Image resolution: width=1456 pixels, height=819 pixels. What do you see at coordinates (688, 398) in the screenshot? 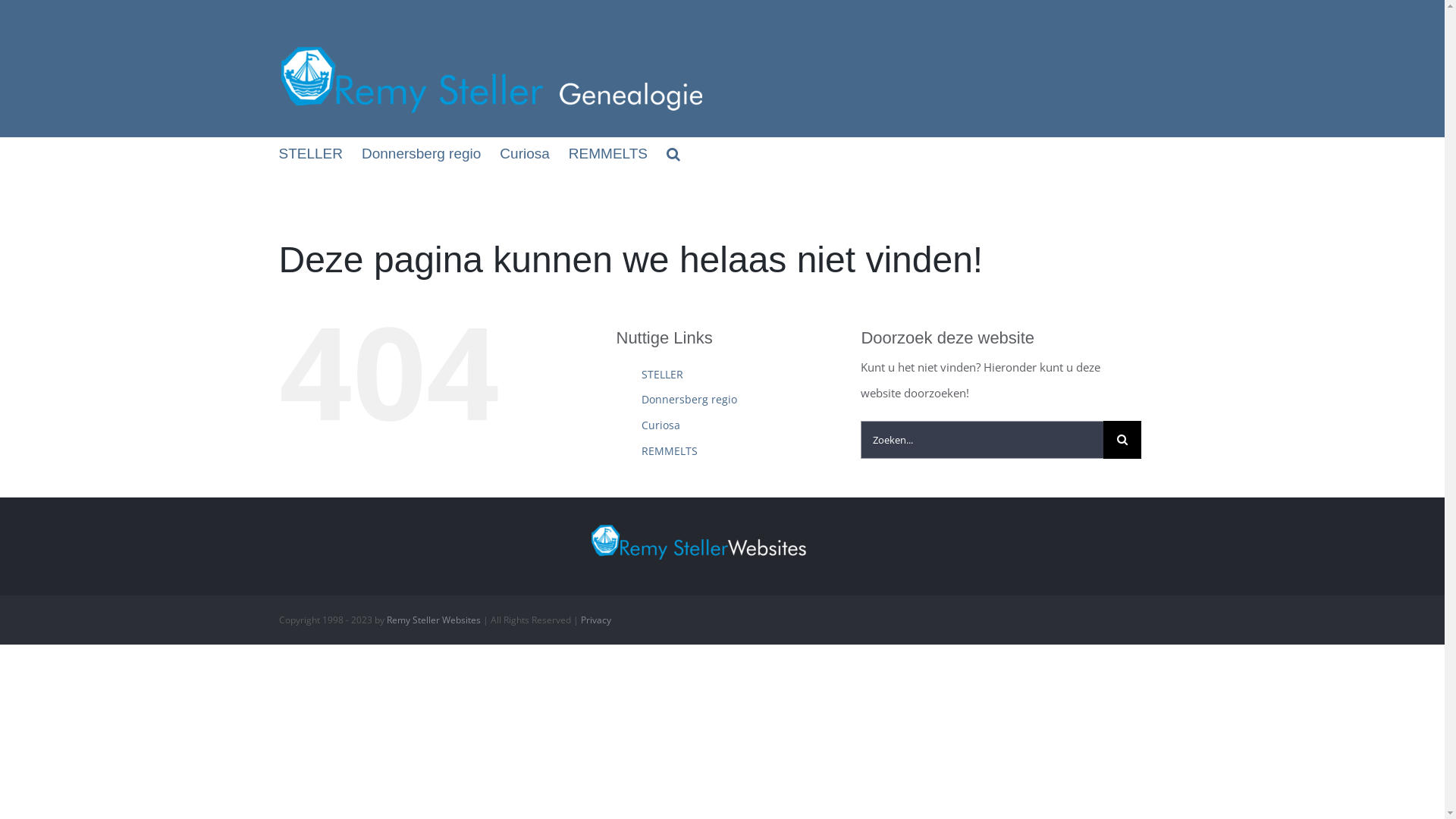
I see `'Donnersberg regio'` at bounding box center [688, 398].